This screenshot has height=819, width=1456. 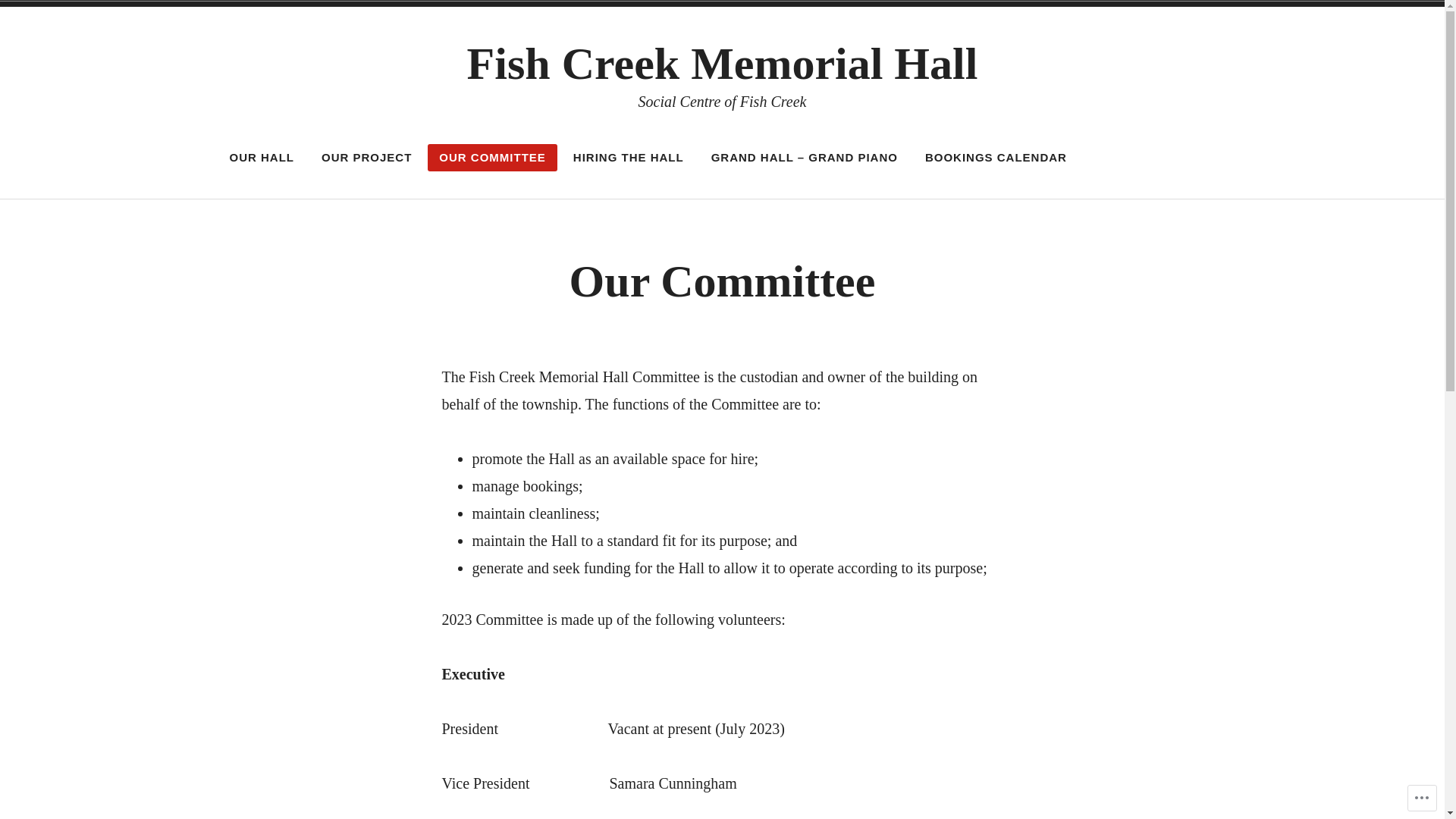 What do you see at coordinates (262, 158) in the screenshot?
I see `'OUR HALL'` at bounding box center [262, 158].